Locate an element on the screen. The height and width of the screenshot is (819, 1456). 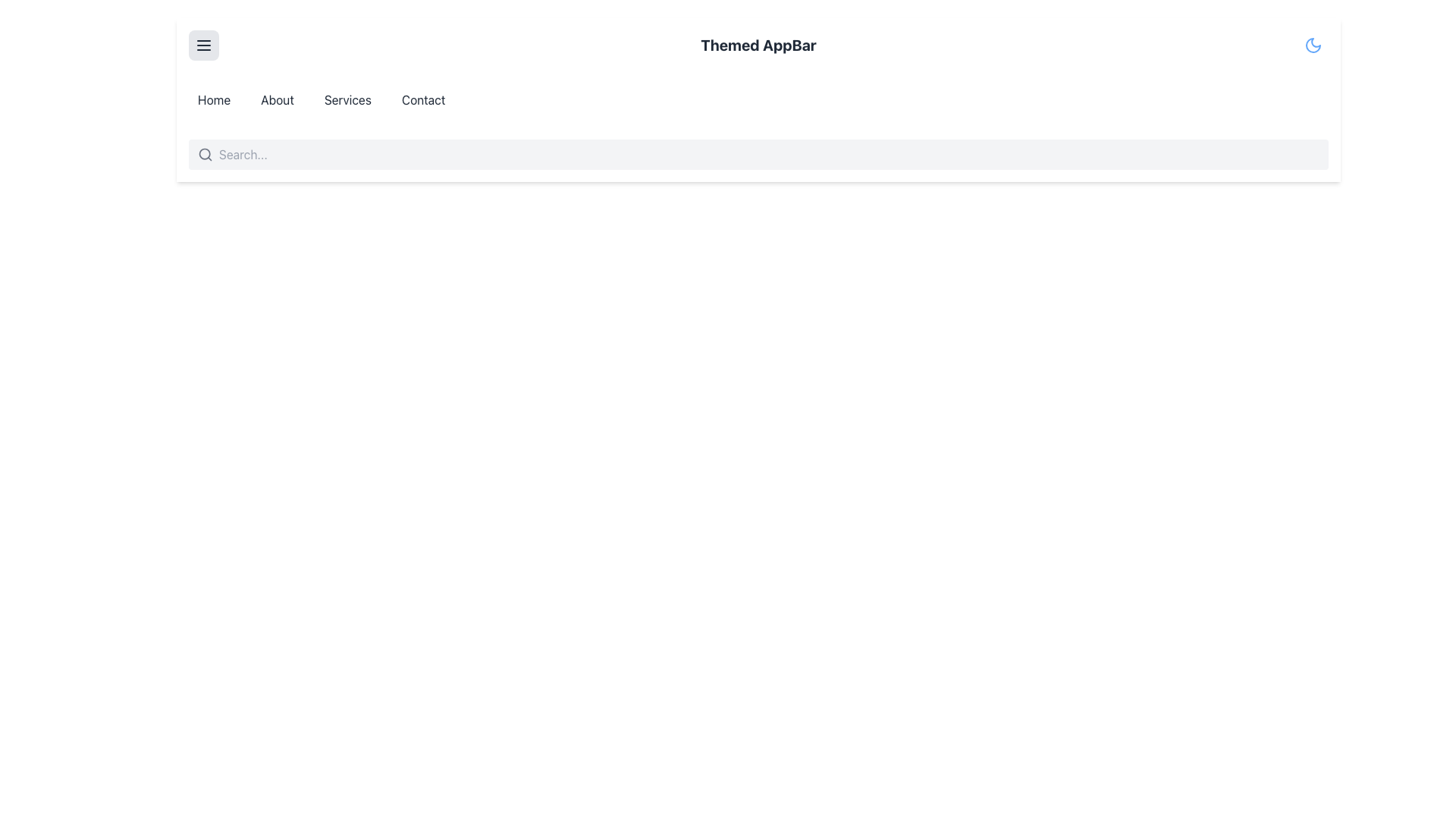
the 'About' button in the horizontal navigation menu at the top of the interface to change its appearance is located at coordinates (277, 99).